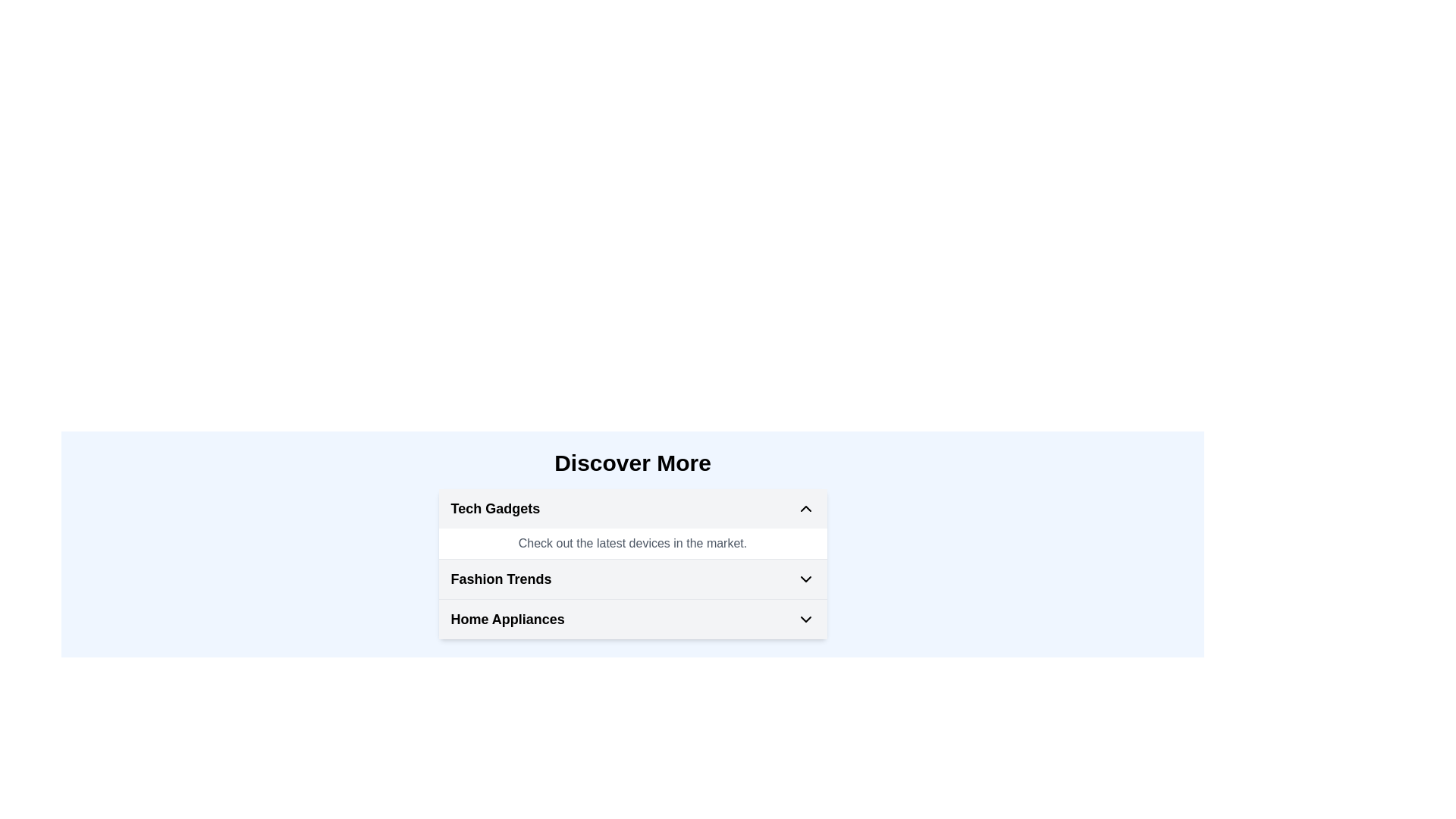 The height and width of the screenshot is (819, 1456). I want to click on the text label displaying 'Fashion Trends', which is a bold heading located in the horizontal bar below 'Tech Gadgets' and above 'Home Appliances', so click(501, 579).